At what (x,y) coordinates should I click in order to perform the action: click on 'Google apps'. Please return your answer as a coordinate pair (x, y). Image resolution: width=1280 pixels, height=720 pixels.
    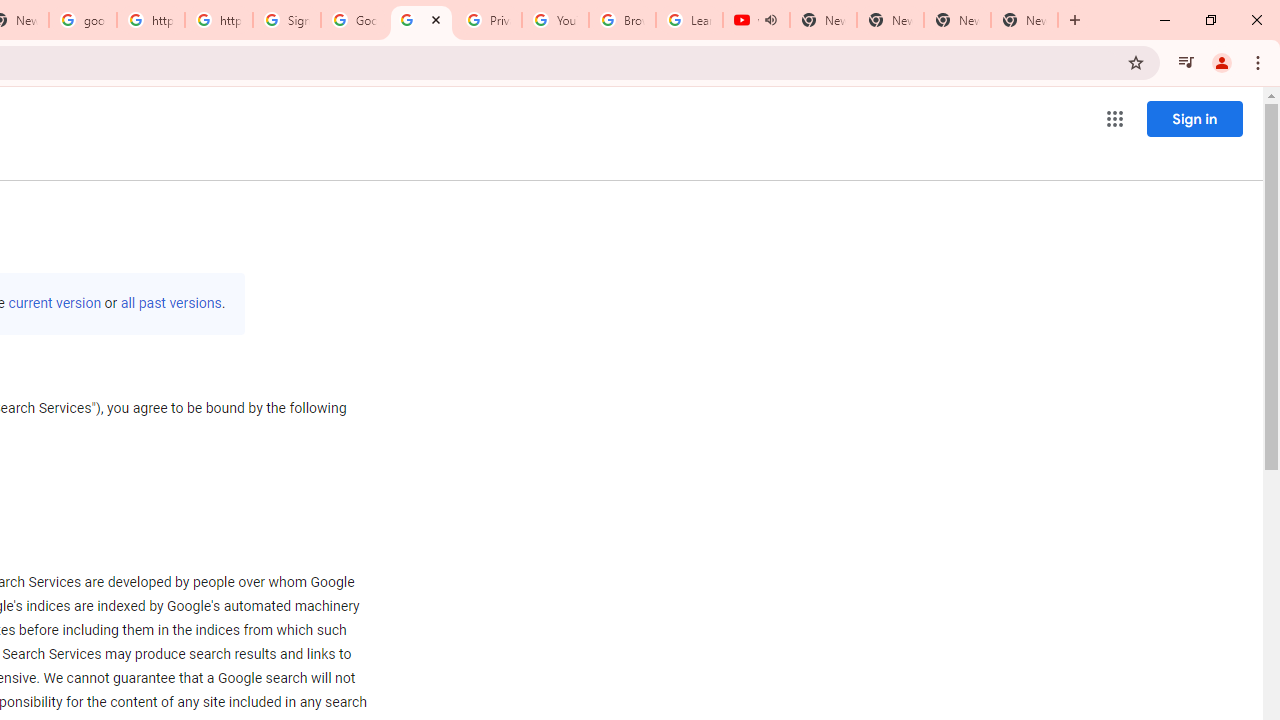
    Looking at the image, I should click on (1113, 119).